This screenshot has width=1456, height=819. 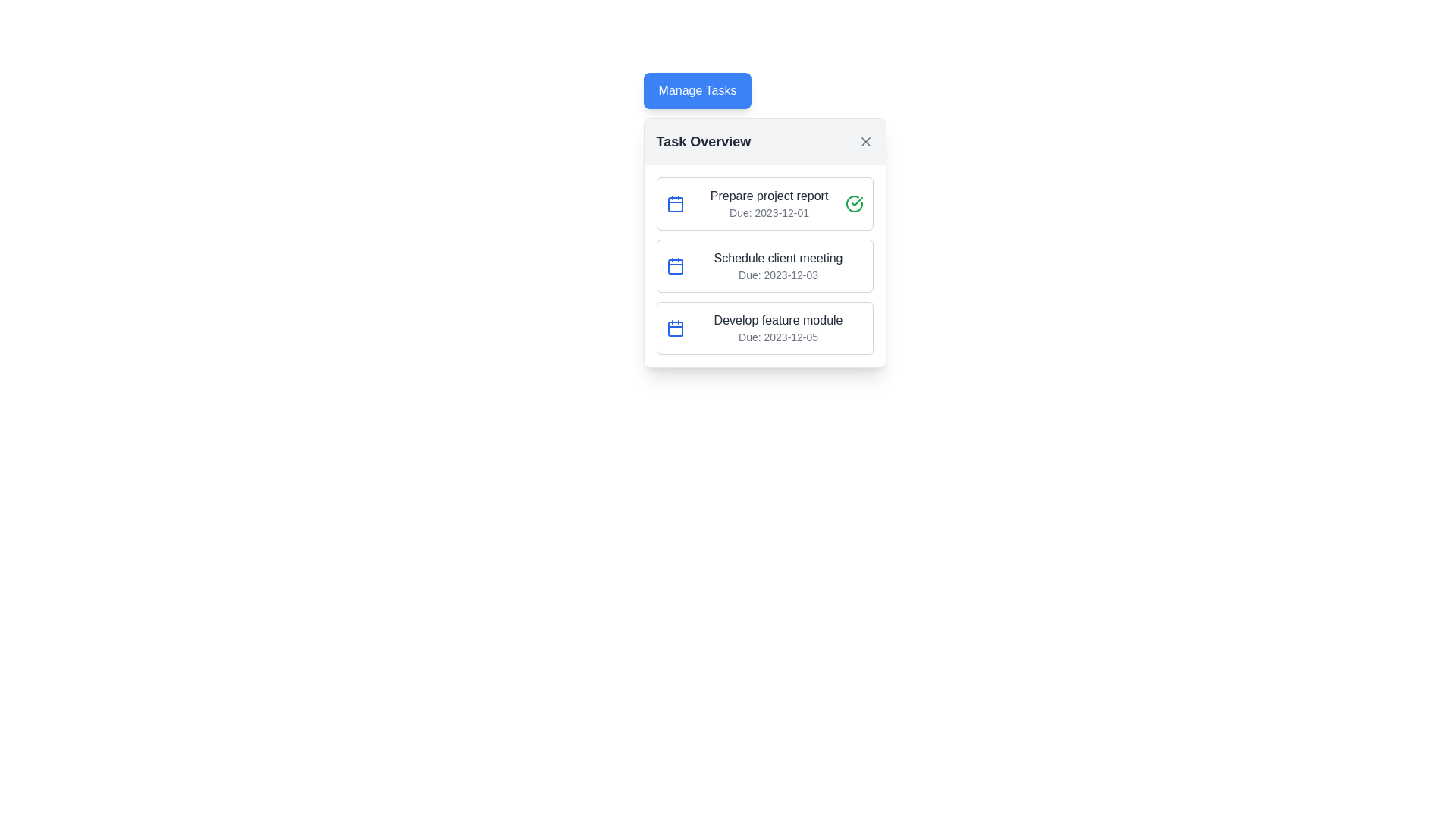 What do you see at coordinates (778, 320) in the screenshot?
I see `the title text for the third task entry in the 'Task Overview' section, which provides a quick summary of the task's objective` at bounding box center [778, 320].